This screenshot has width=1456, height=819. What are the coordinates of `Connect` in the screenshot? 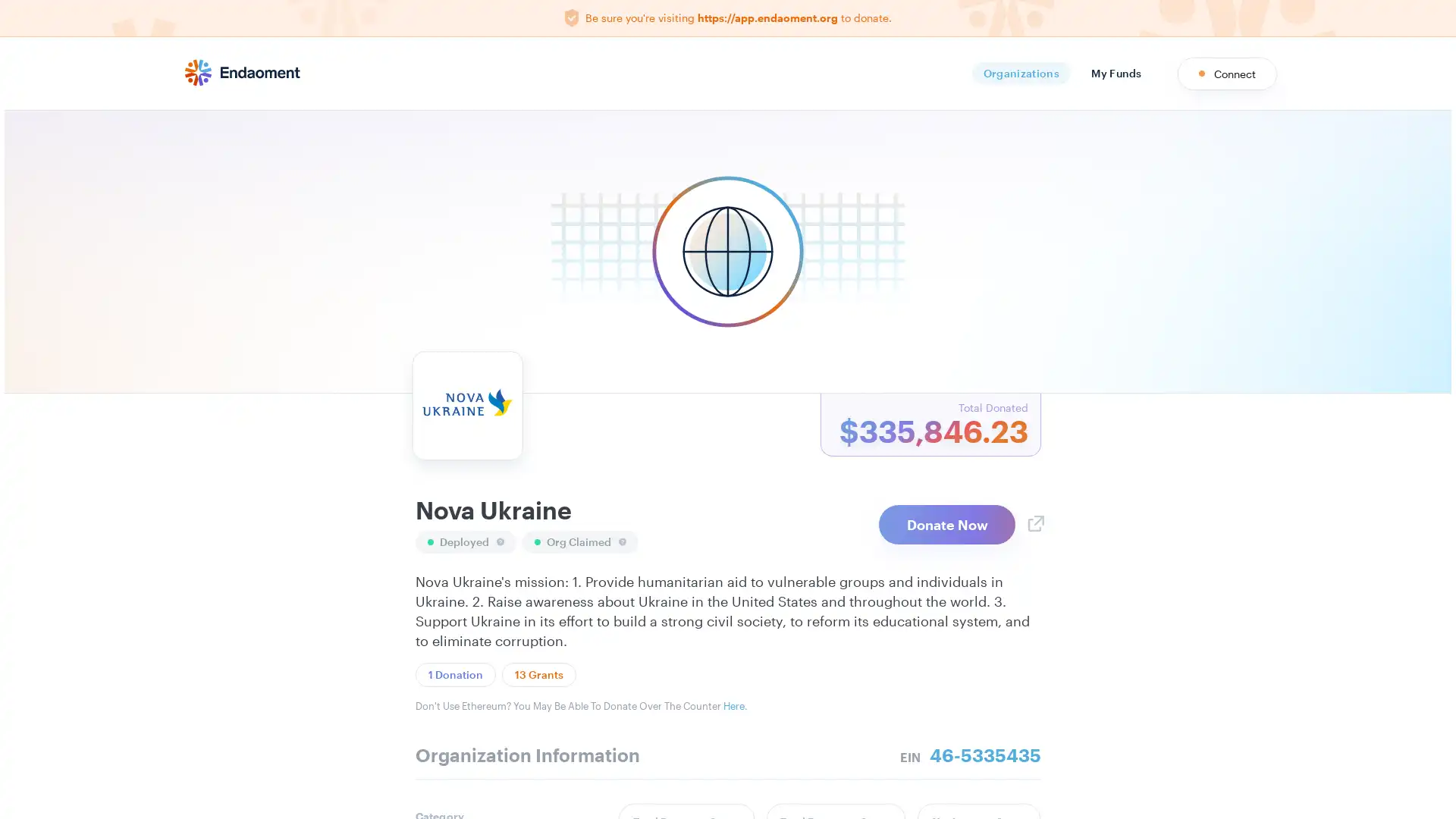 It's located at (1227, 73).